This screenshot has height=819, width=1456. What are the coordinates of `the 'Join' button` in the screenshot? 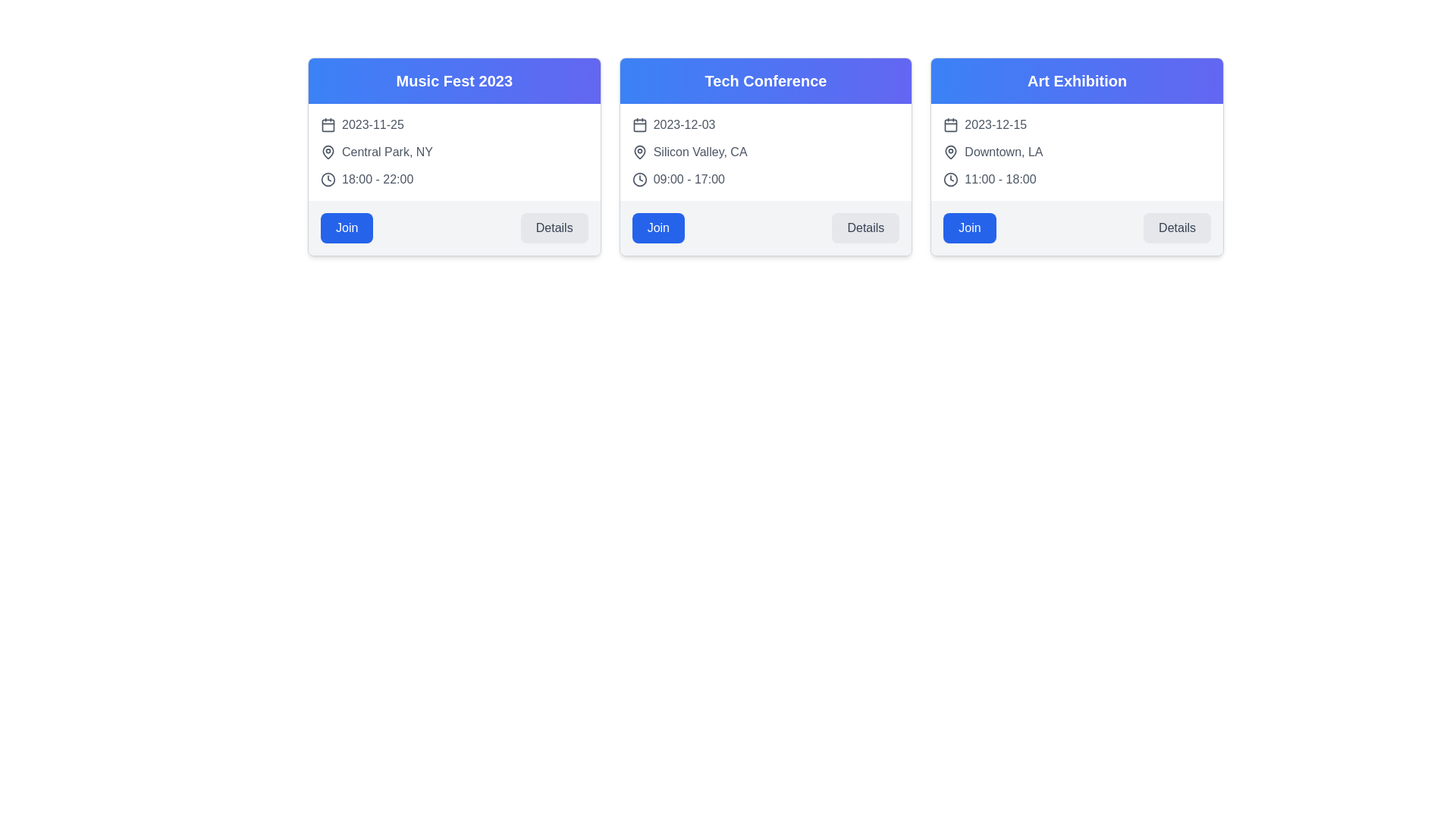 It's located at (969, 227).